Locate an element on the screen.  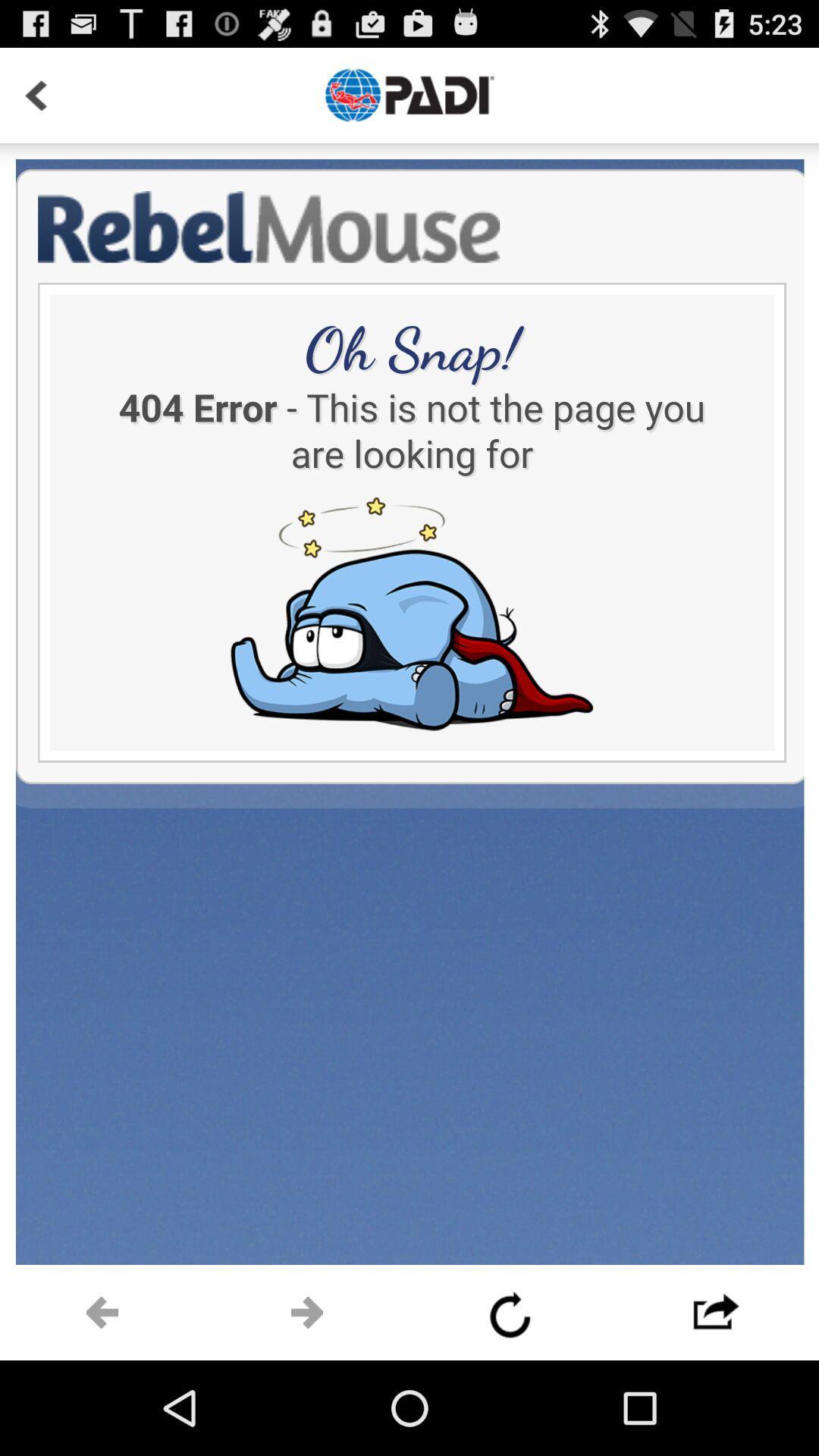
previous is located at coordinates (102, 1312).